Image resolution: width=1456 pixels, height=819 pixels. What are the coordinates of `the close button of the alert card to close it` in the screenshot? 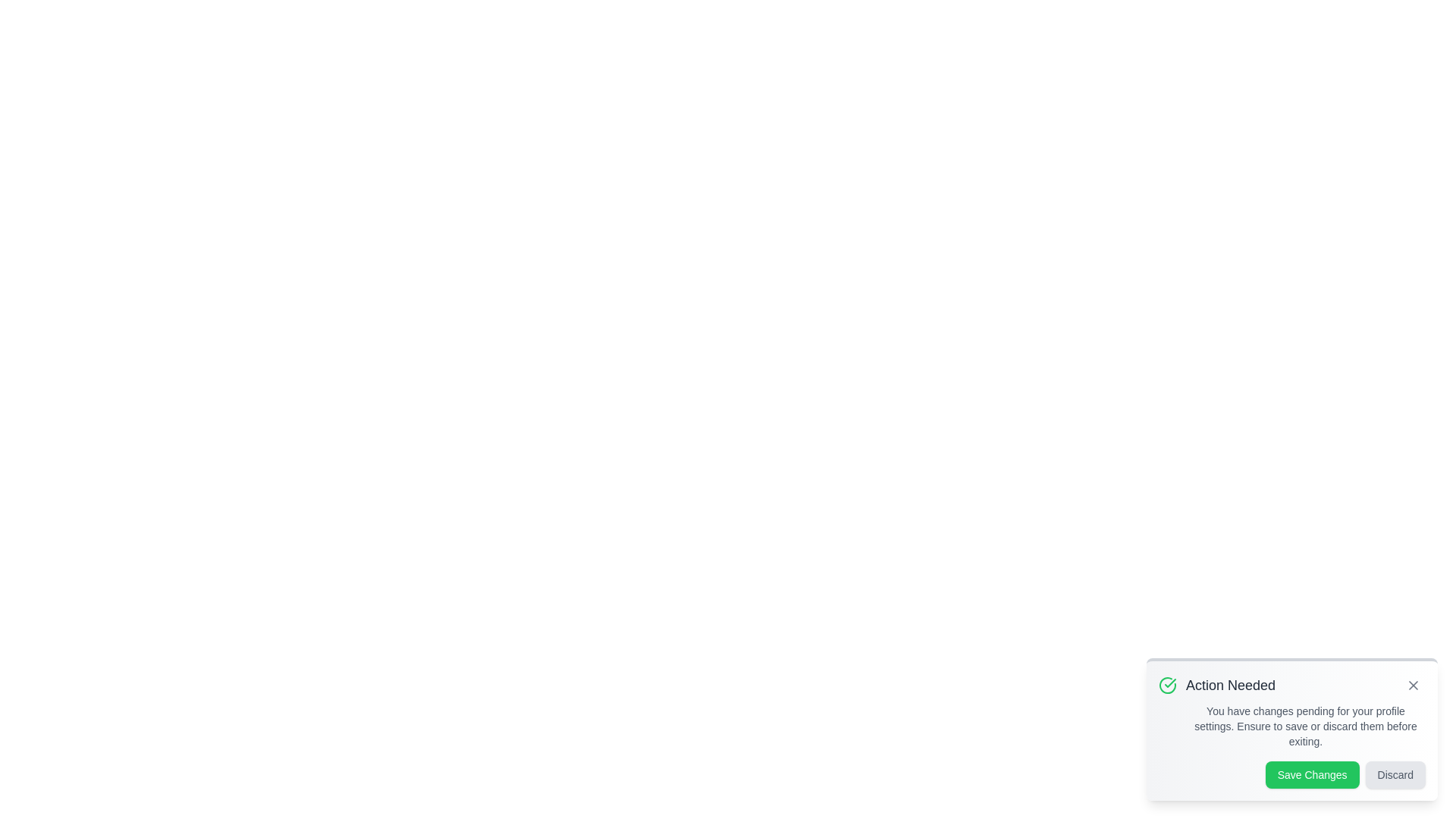 It's located at (1412, 685).